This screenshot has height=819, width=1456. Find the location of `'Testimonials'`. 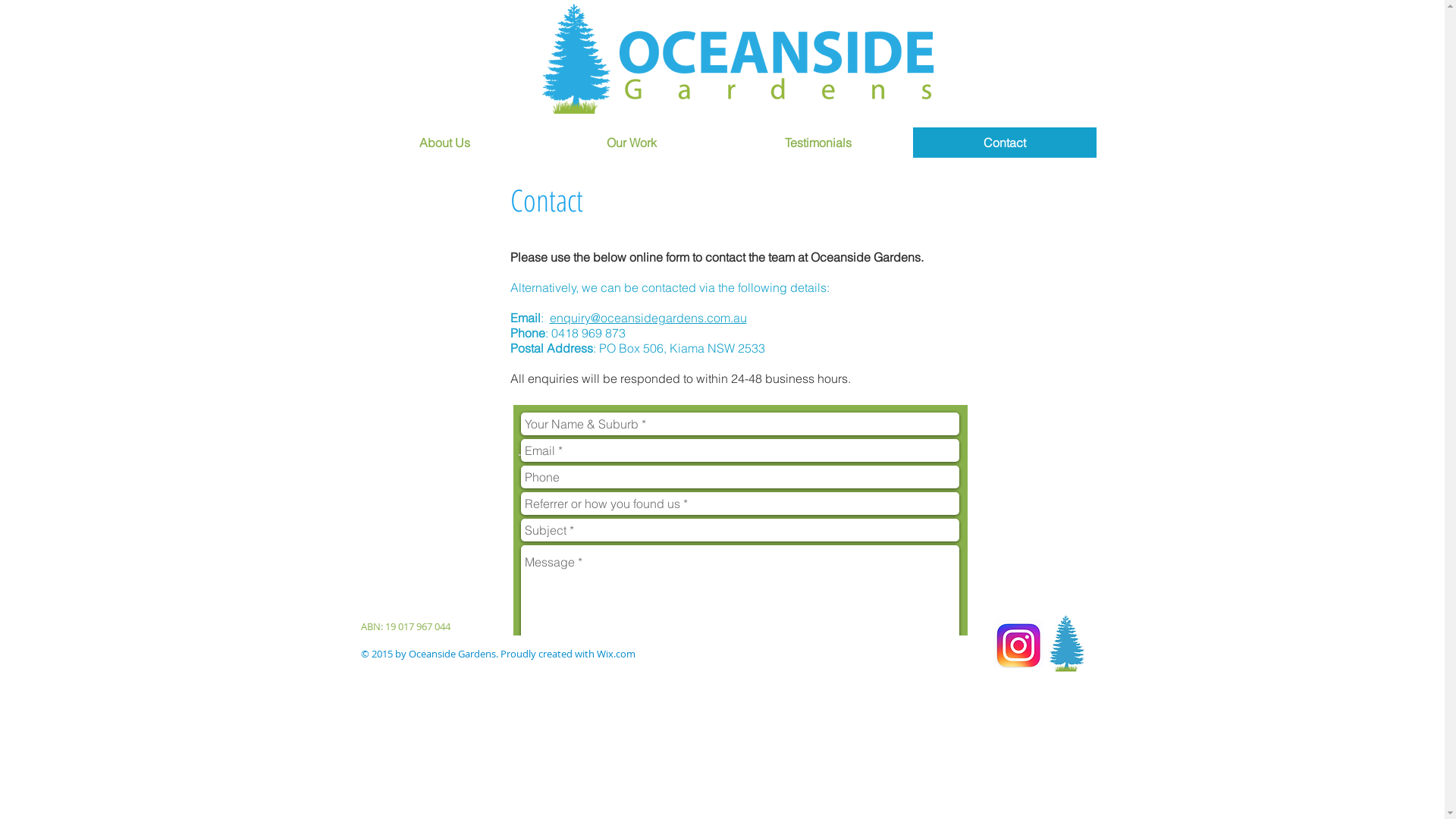

'Testimonials' is located at coordinates (817, 143).